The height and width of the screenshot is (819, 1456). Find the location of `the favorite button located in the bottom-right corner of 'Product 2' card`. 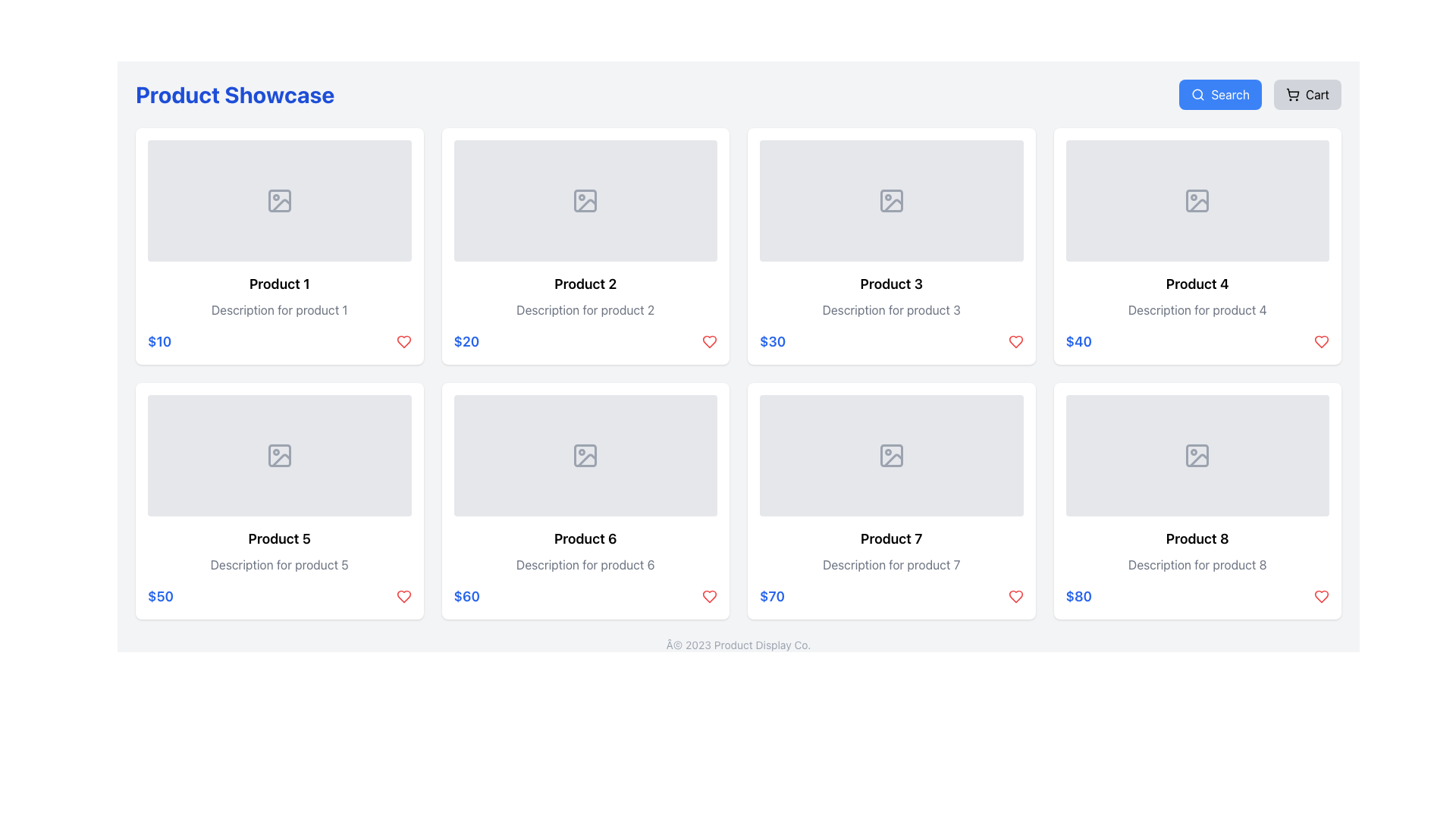

the favorite button located in the bottom-right corner of 'Product 2' card is located at coordinates (709, 342).